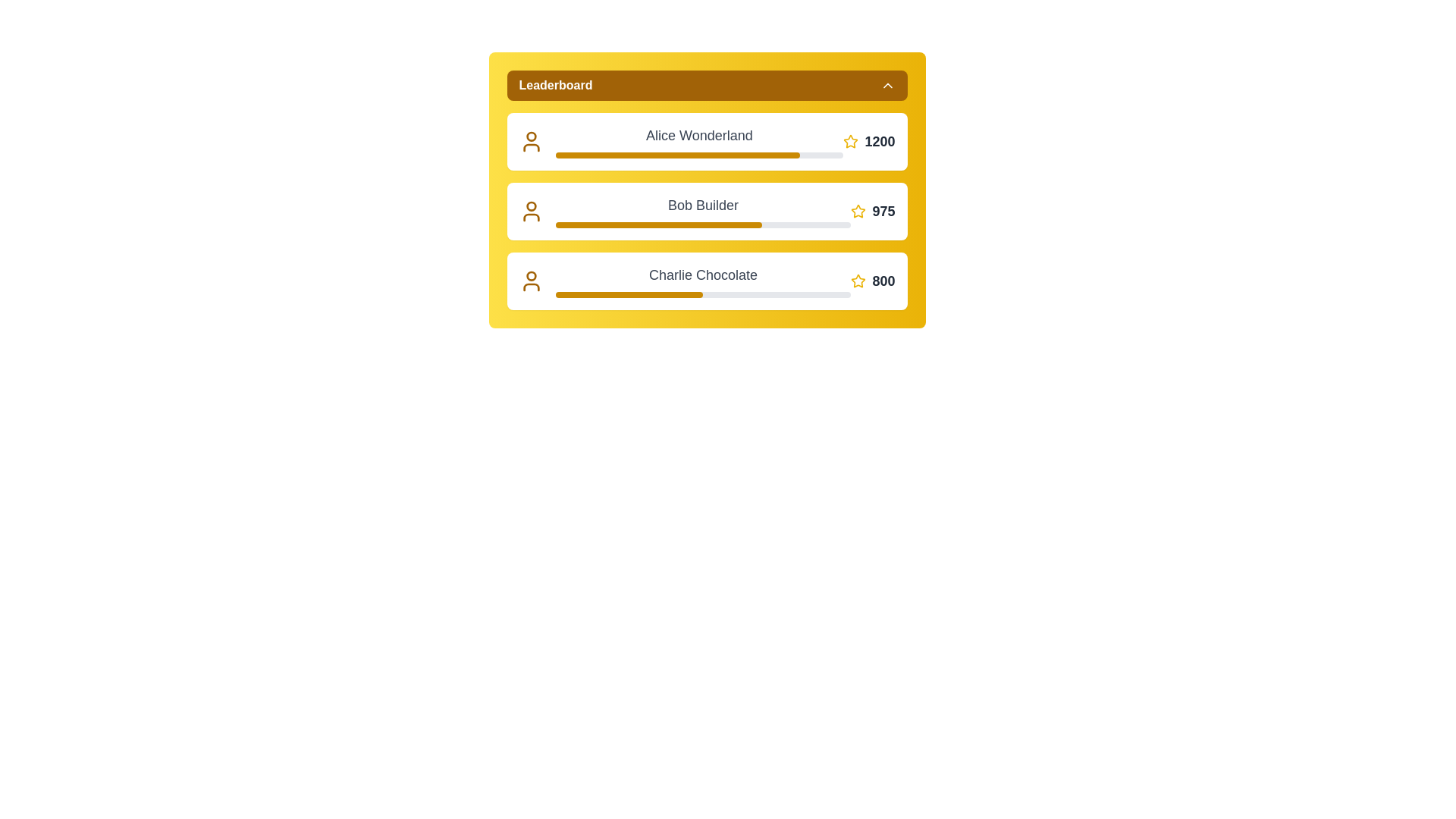 The width and height of the screenshot is (1456, 819). What do you see at coordinates (883, 211) in the screenshot?
I see `displayed number '975' from the text label element adjacent to the yellow star icon for 'Bob Builder' on the leaderboard` at bounding box center [883, 211].